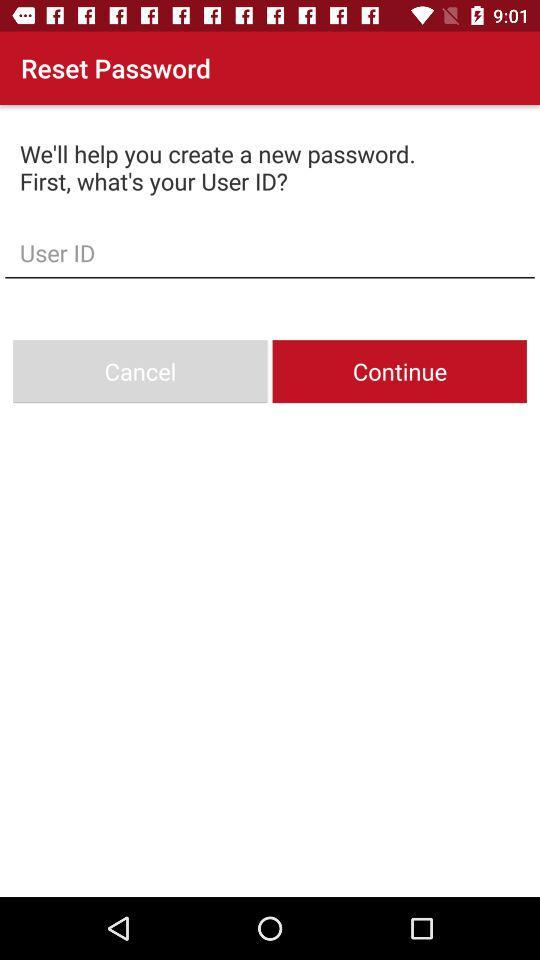  Describe the element at coordinates (139, 370) in the screenshot. I see `icon next to the continue item` at that location.